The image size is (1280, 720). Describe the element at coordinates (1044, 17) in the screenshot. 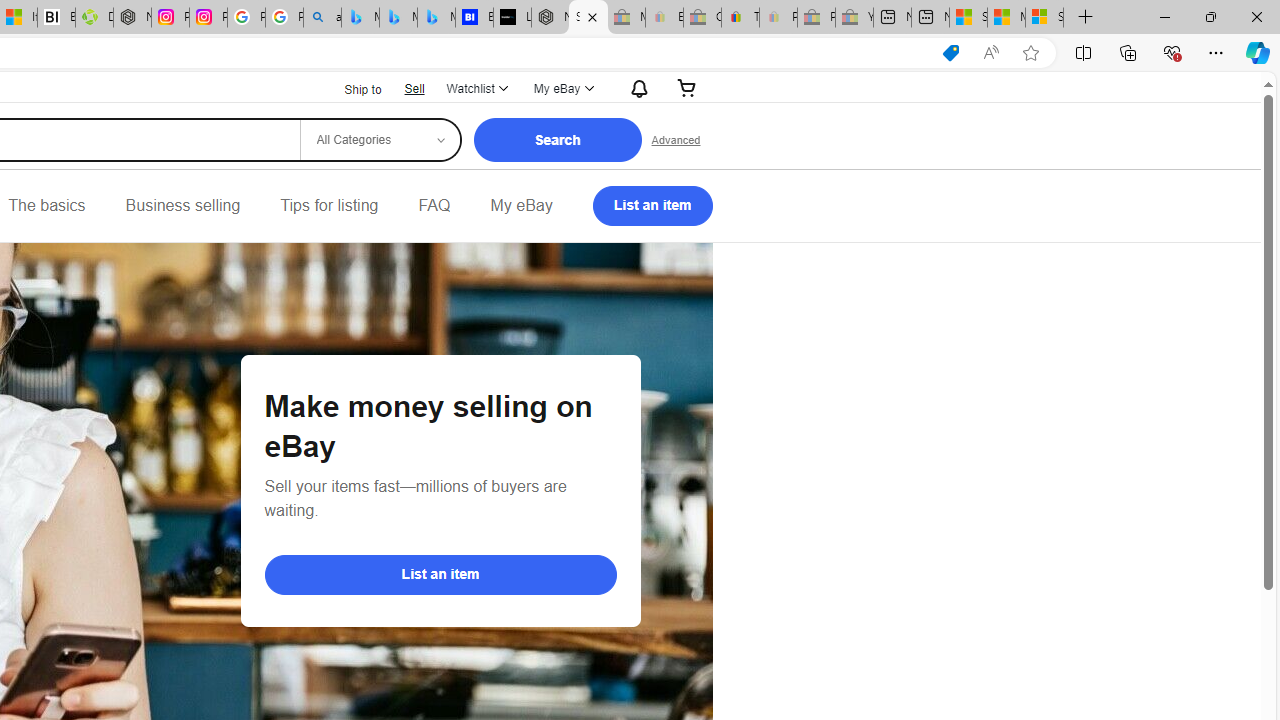

I see `'Sign in to your Microsoft account'` at that location.